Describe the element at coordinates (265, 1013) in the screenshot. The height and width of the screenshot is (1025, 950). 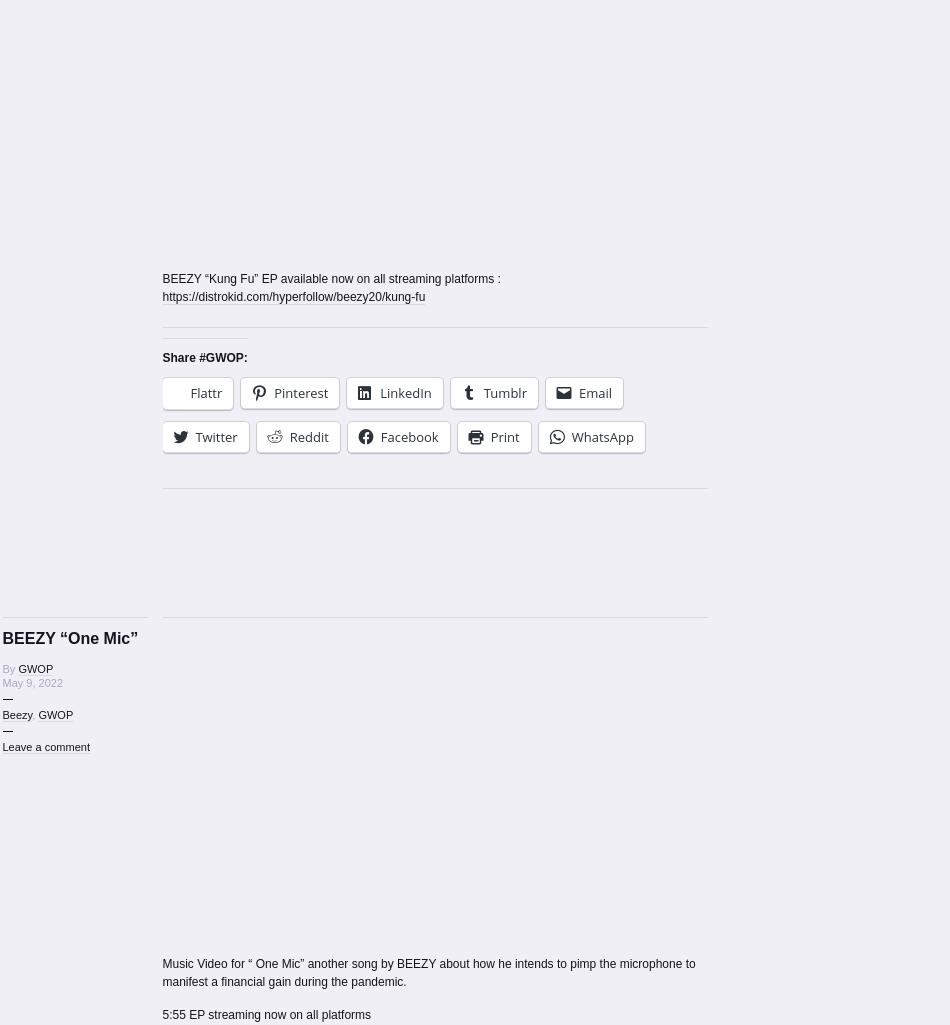
I see `'5:55 EP streaming now on all platforms'` at that location.